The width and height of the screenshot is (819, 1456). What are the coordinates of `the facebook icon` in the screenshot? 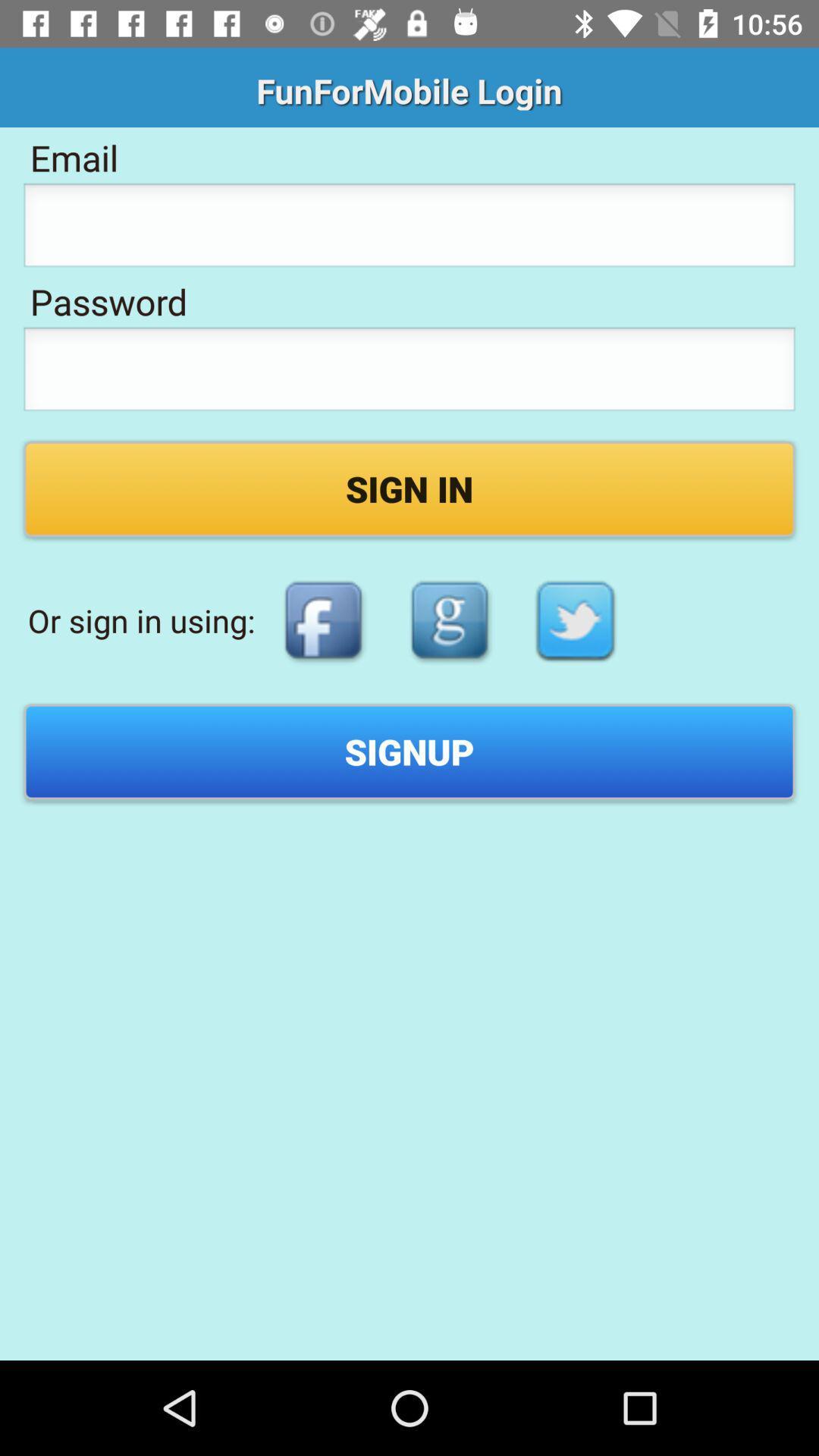 It's located at (322, 620).